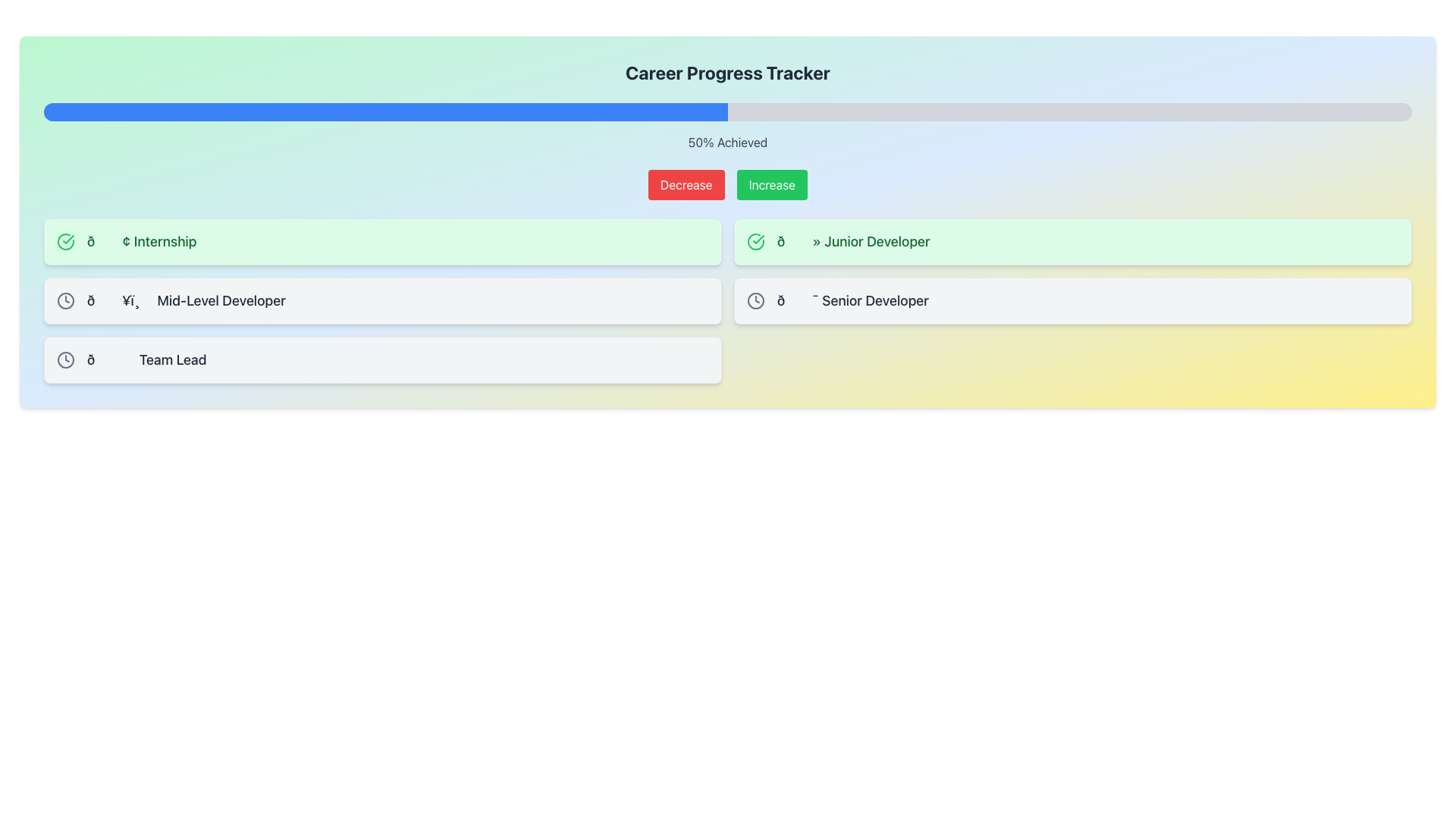 This screenshot has width=1456, height=819. I want to click on the vibrant red 'Decrease' button with rounded corners, which displays the text 'Decrease' in white bold font, positioned below the progress bar and to the left of the green 'Increase' button, so click(686, 184).